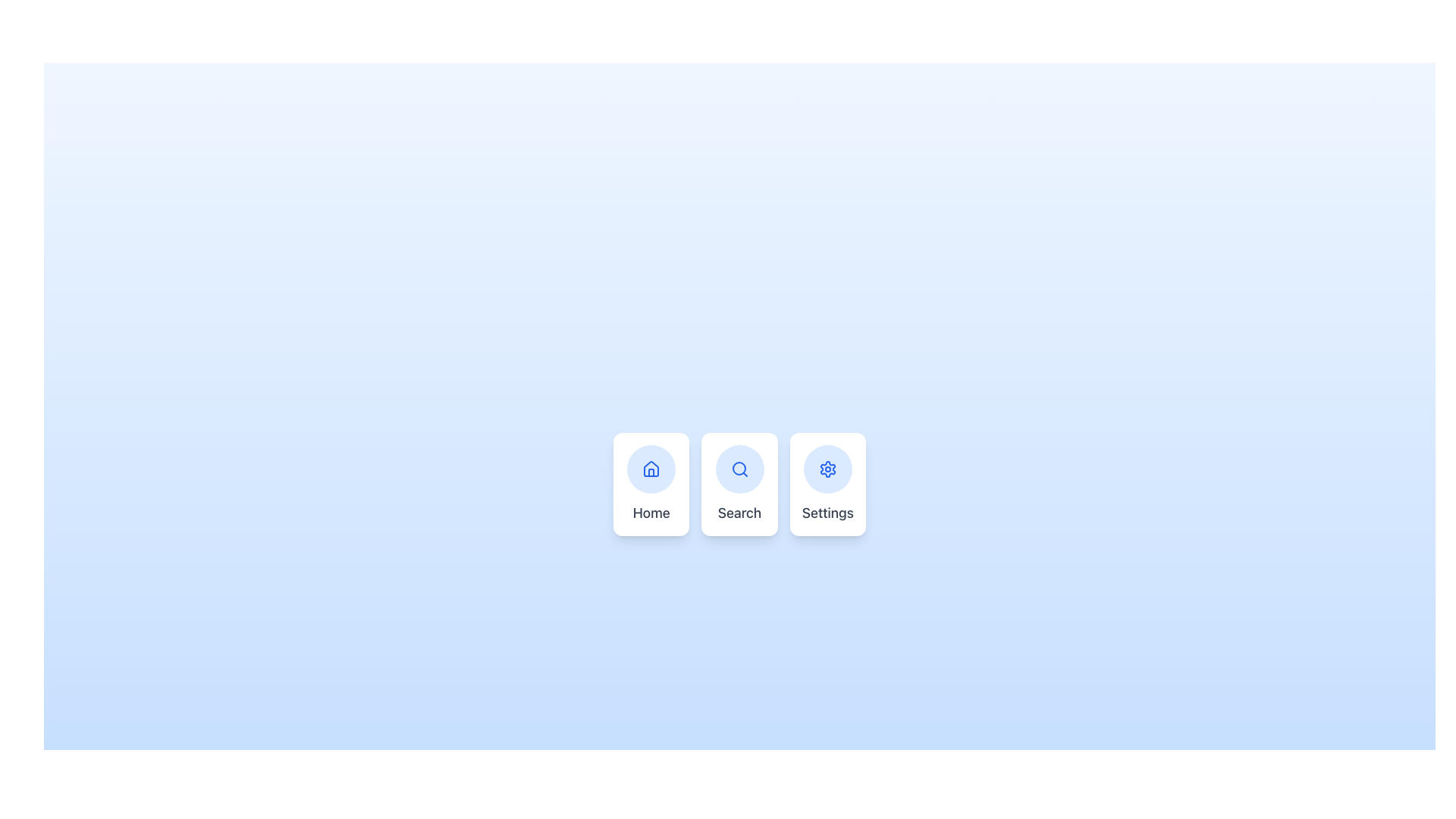 The height and width of the screenshot is (819, 1456). Describe the element at coordinates (739, 485) in the screenshot. I see `the 'Search' button located in the middle of three buttons, which activates the search functionality` at that location.